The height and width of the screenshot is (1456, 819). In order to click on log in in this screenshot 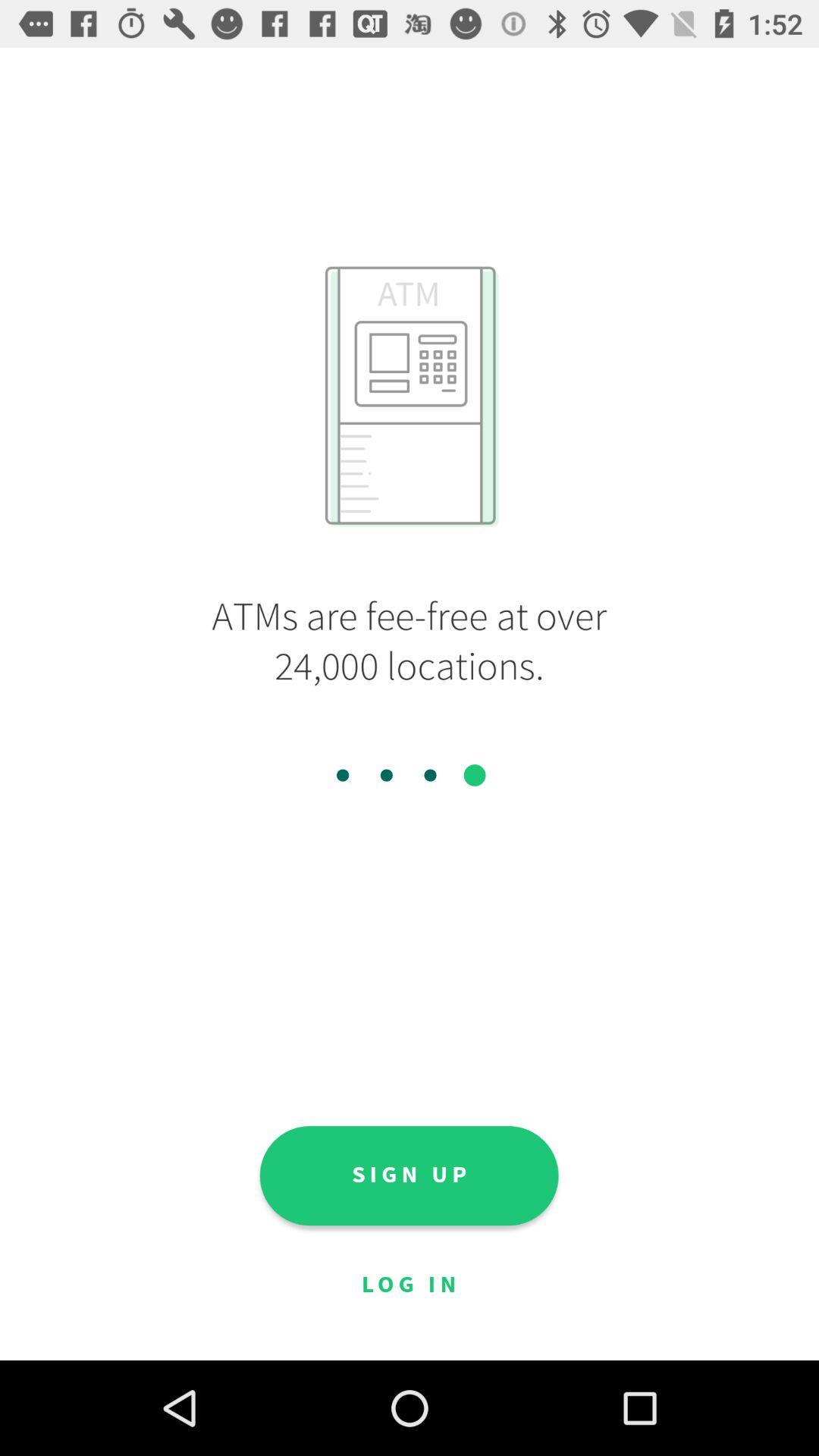, I will do `click(408, 1285)`.